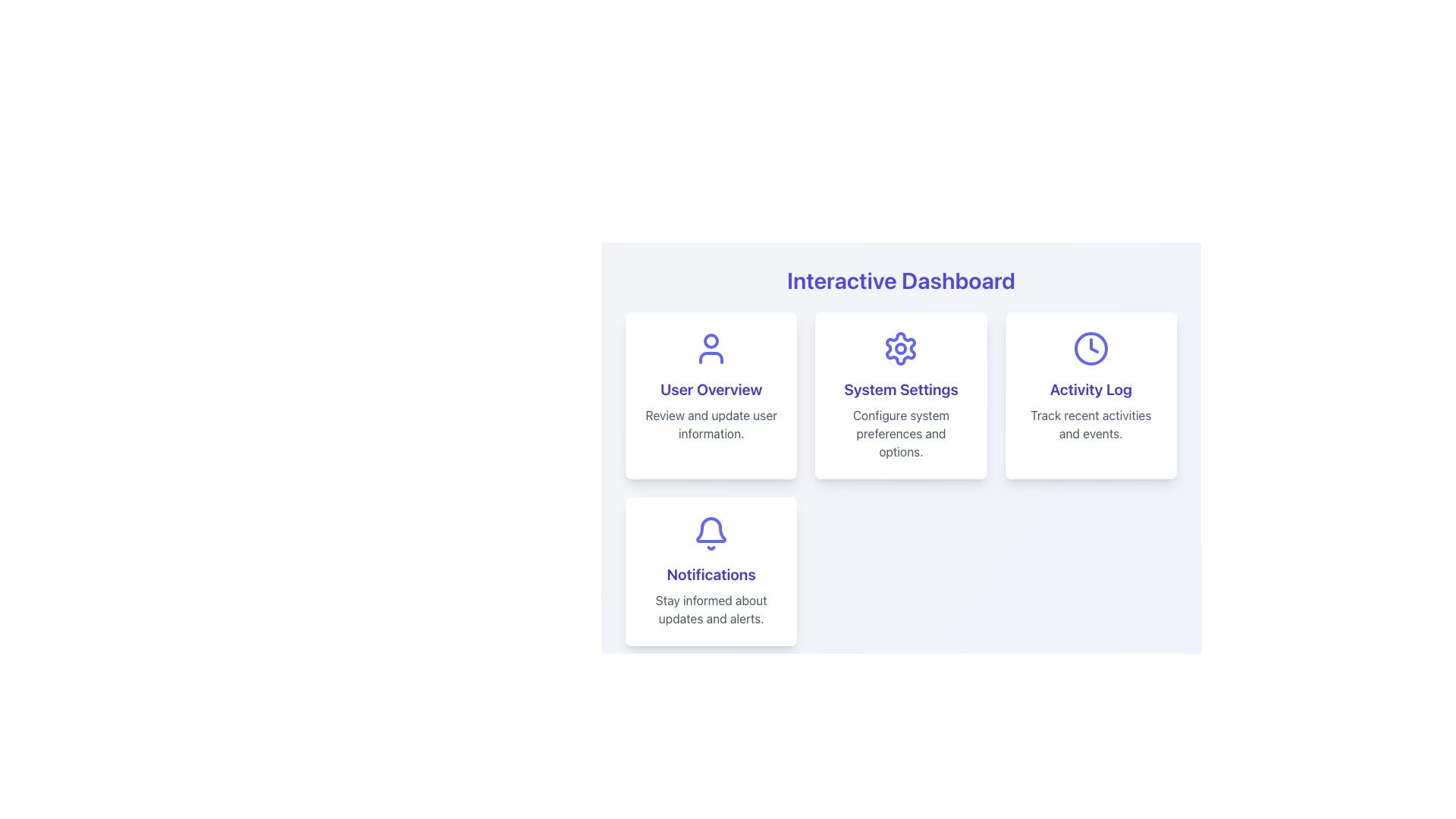  Describe the element at coordinates (711, 529) in the screenshot. I see `the bell-shaped notification icon with a blue outline located in the bottom-left section of the interface, below the 'Notifications' label` at that location.